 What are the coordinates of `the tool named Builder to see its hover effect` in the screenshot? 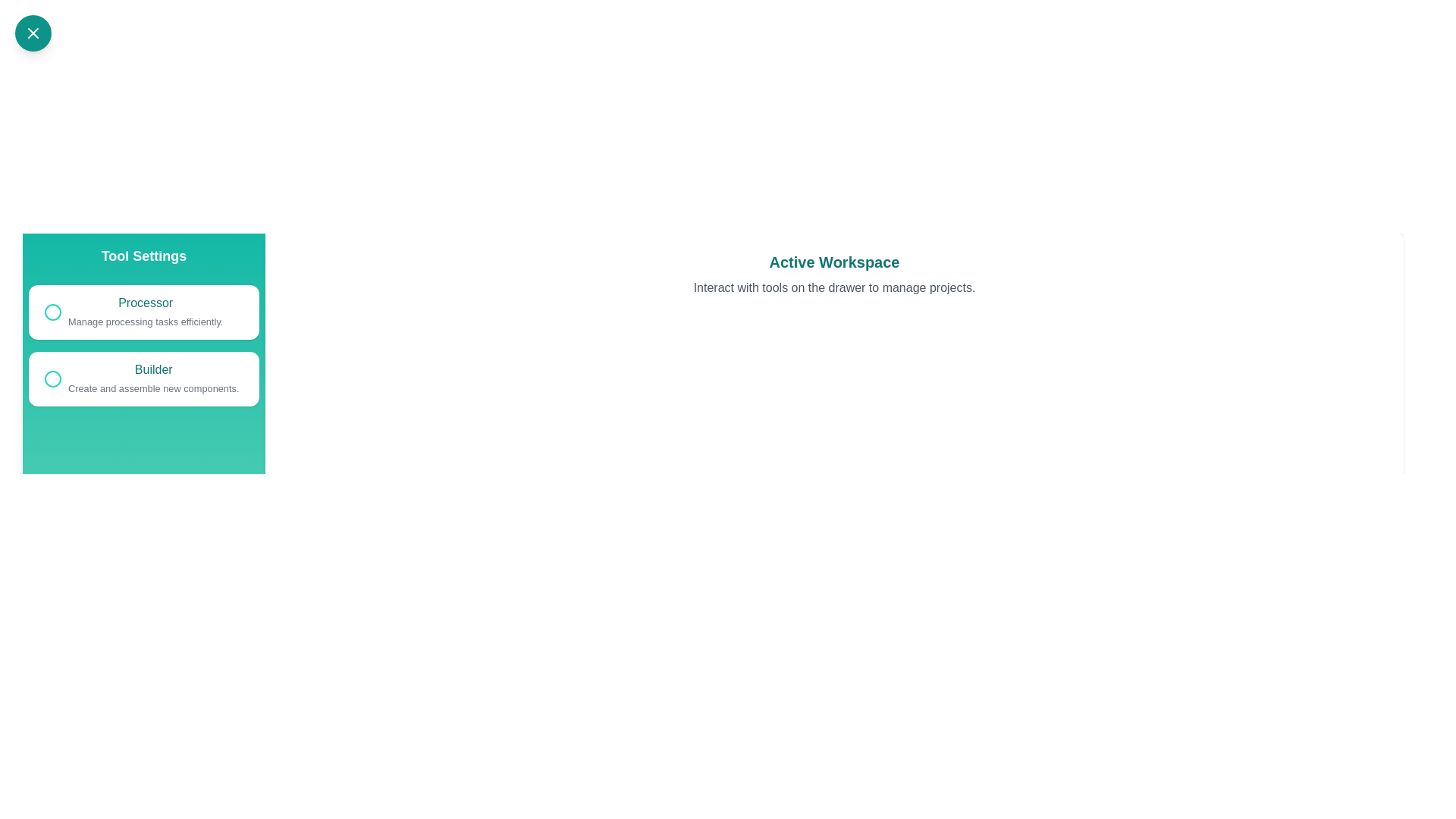 It's located at (144, 378).